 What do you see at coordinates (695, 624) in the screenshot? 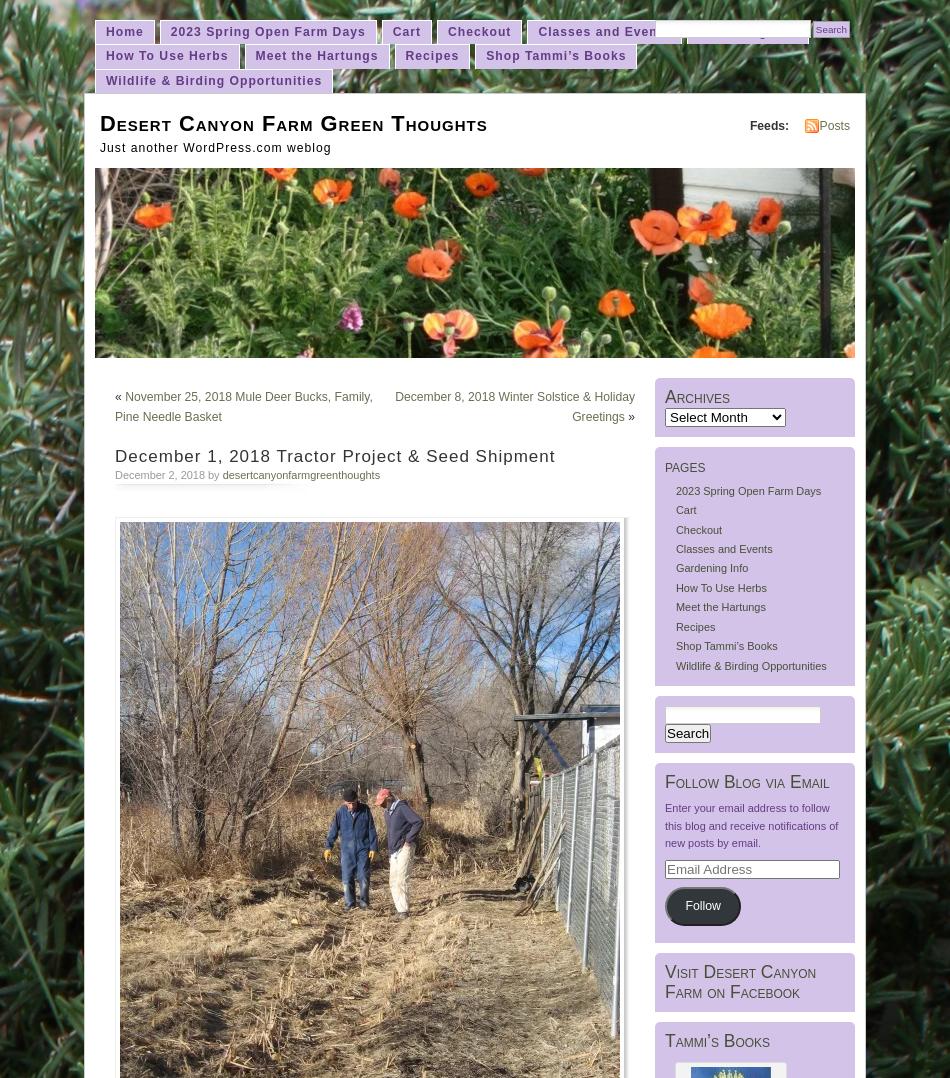
I see `'Recipes'` at bounding box center [695, 624].